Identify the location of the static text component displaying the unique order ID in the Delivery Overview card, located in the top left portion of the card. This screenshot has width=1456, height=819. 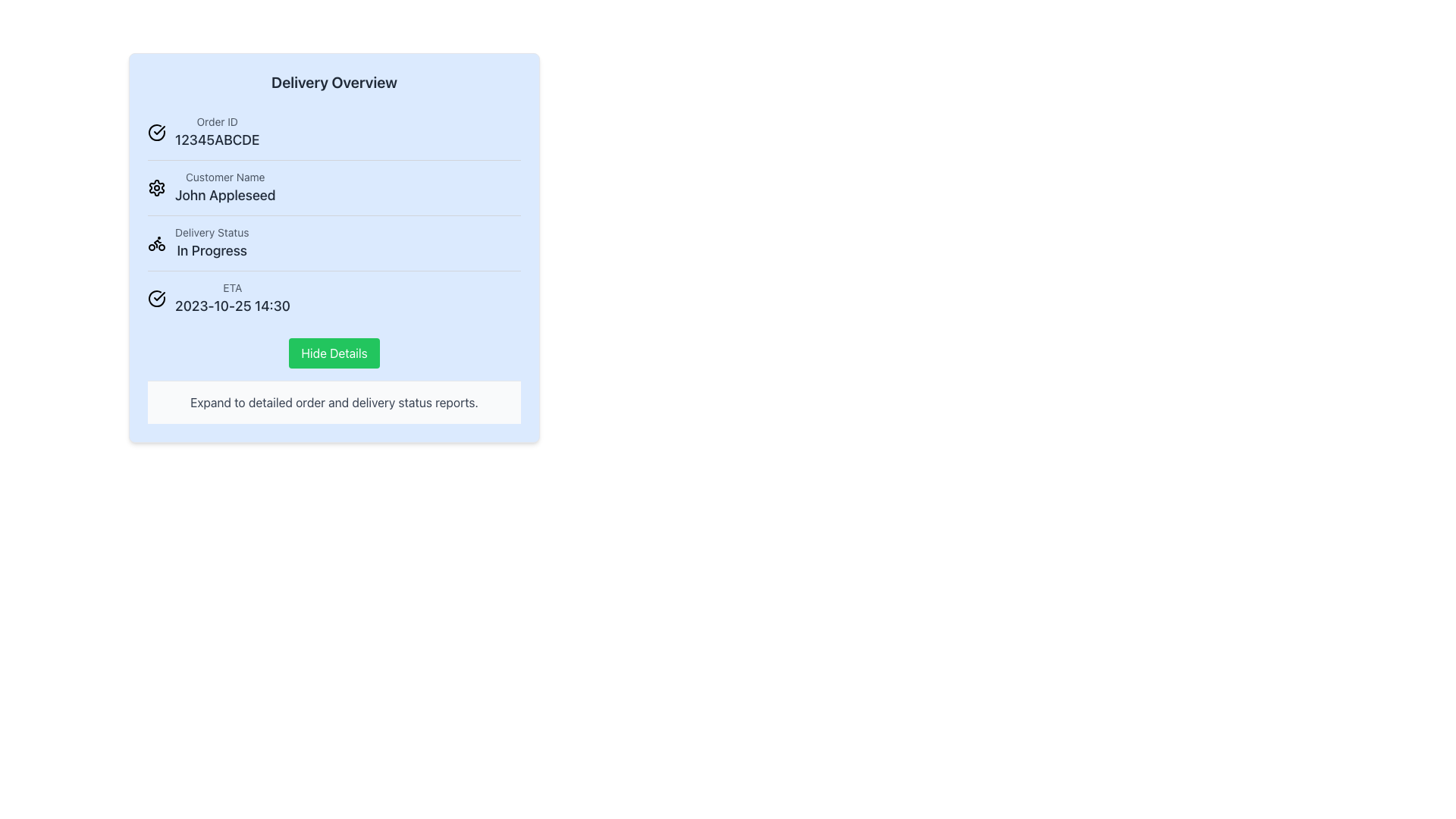
(216, 140).